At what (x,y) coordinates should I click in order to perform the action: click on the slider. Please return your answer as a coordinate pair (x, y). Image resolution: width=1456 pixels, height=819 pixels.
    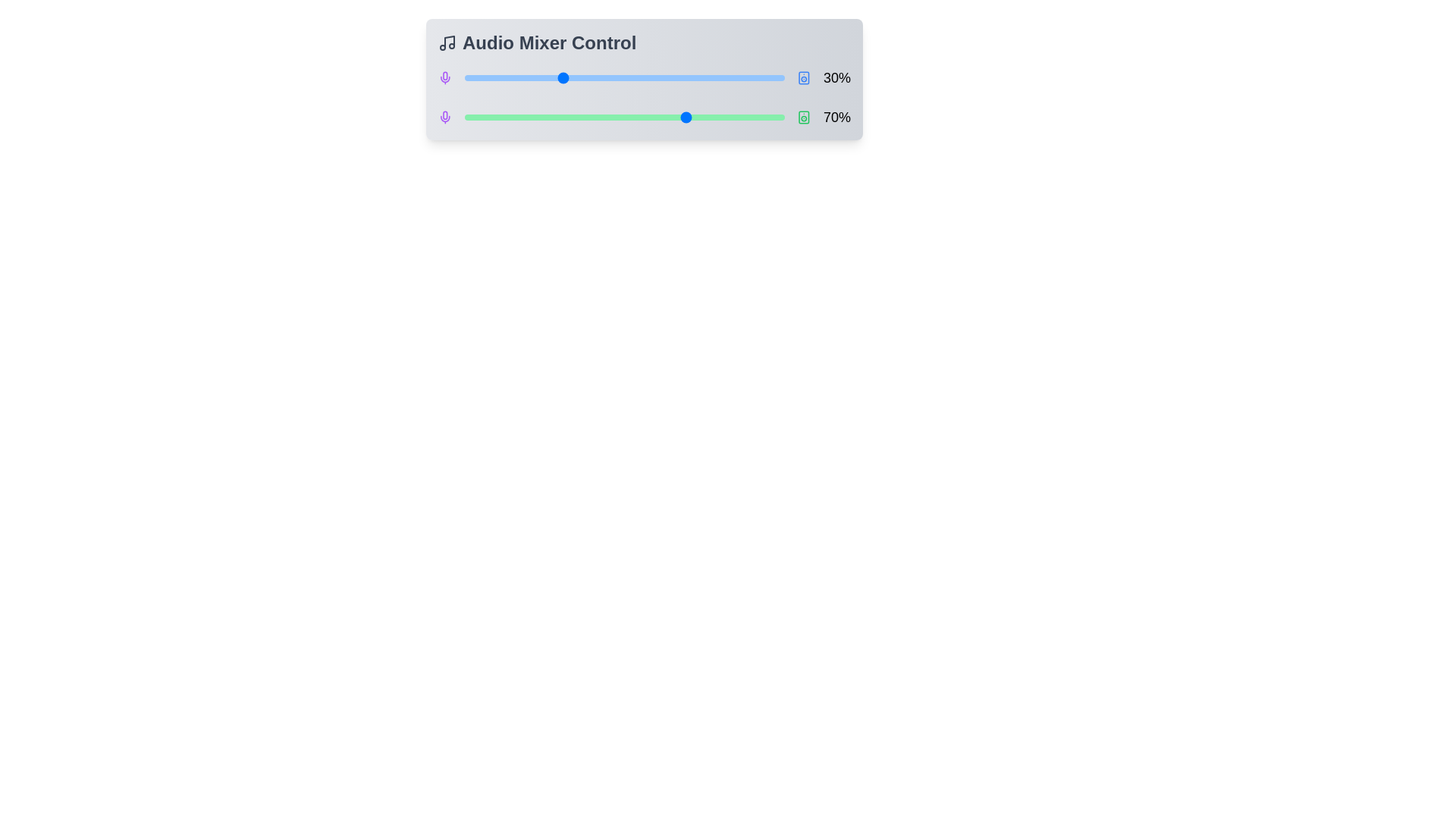
    Looking at the image, I should click on (518, 78).